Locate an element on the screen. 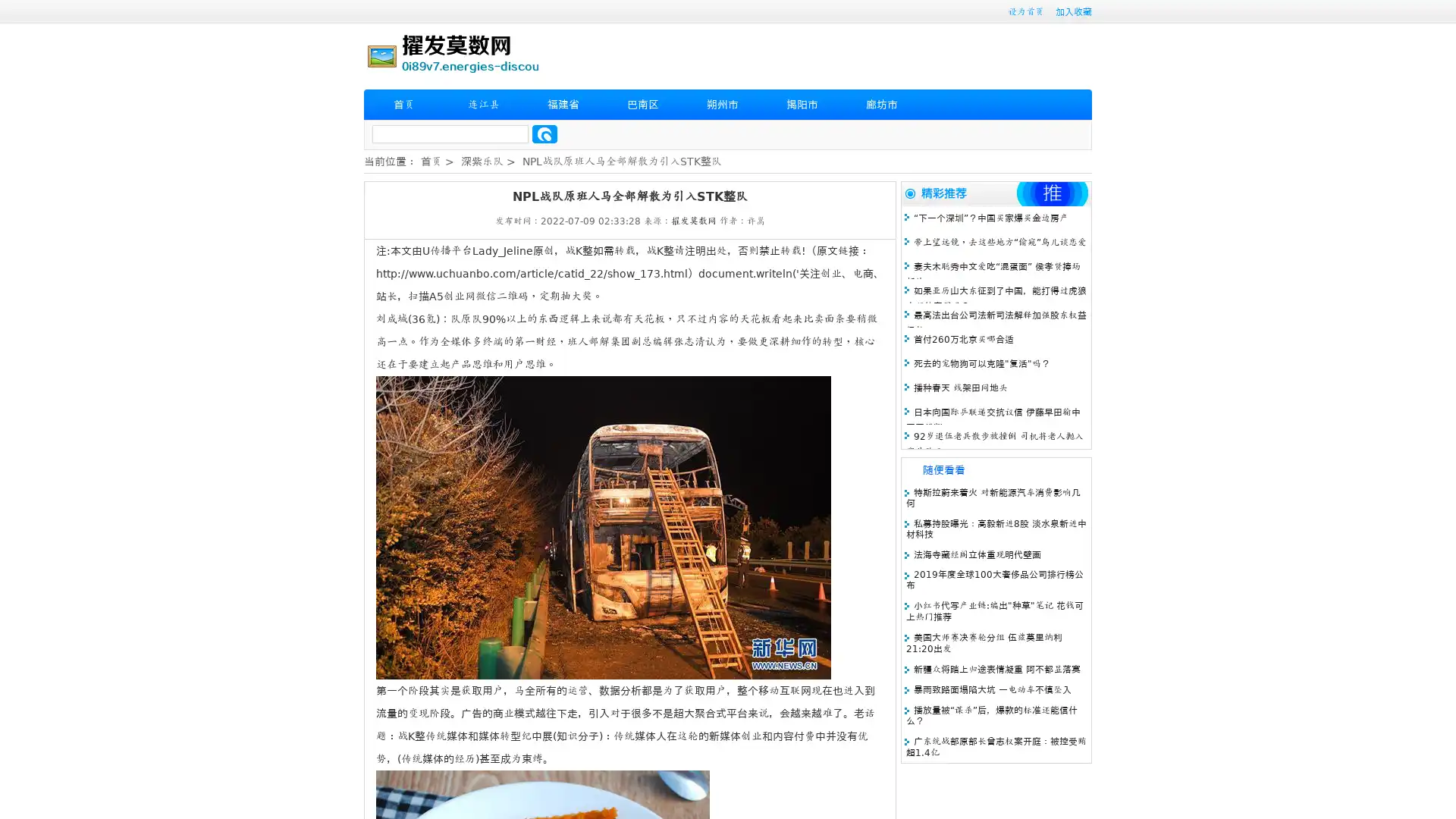 The height and width of the screenshot is (819, 1456). Search is located at coordinates (544, 133).